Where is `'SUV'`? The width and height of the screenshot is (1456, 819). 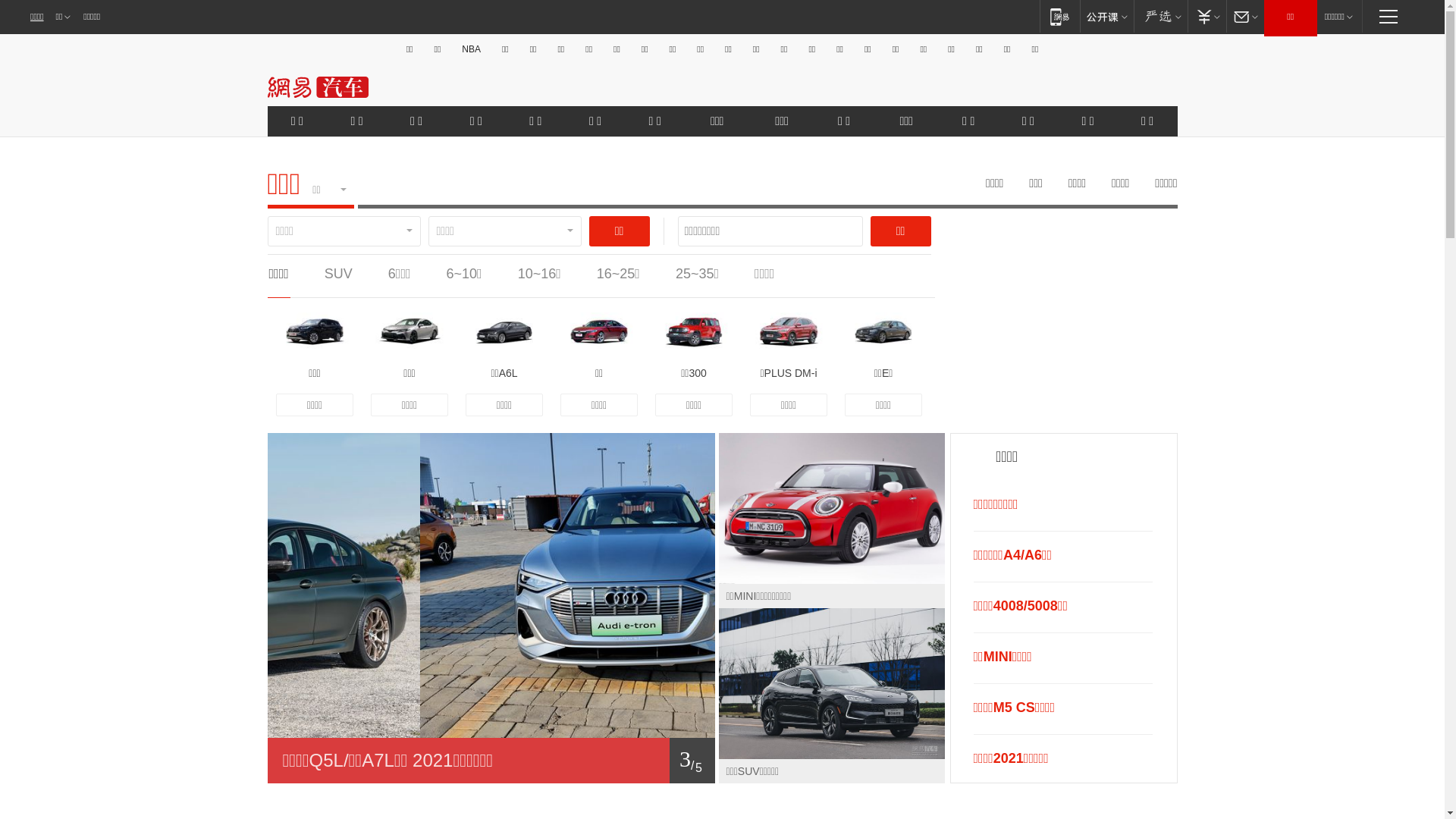 'SUV' is located at coordinates (337, 274).